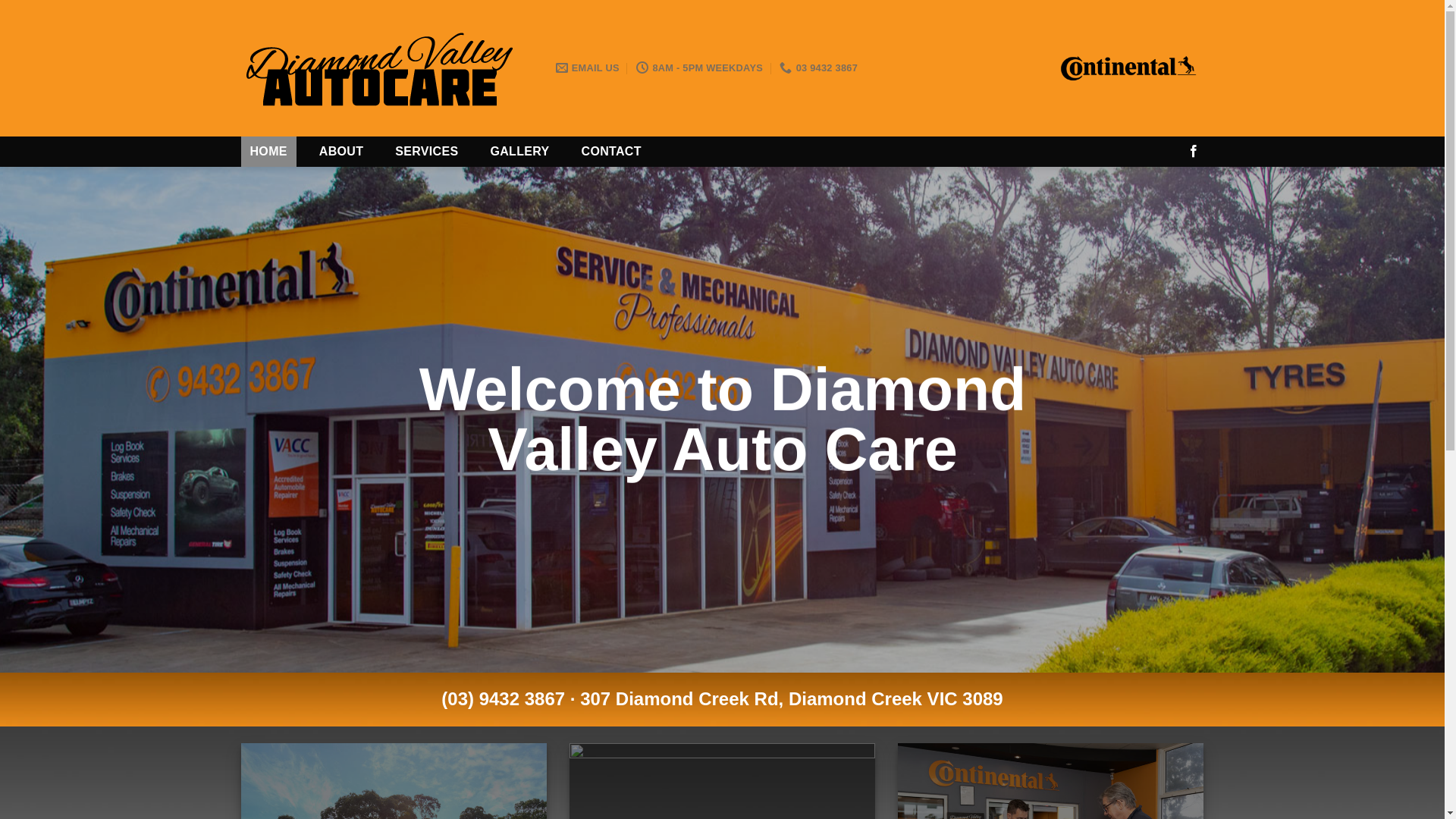 The image size is (1456, 819). What do you see at coordinates (268, 152) in the screenshot?
I see `'HOME'` at bounding box center [268, 152].